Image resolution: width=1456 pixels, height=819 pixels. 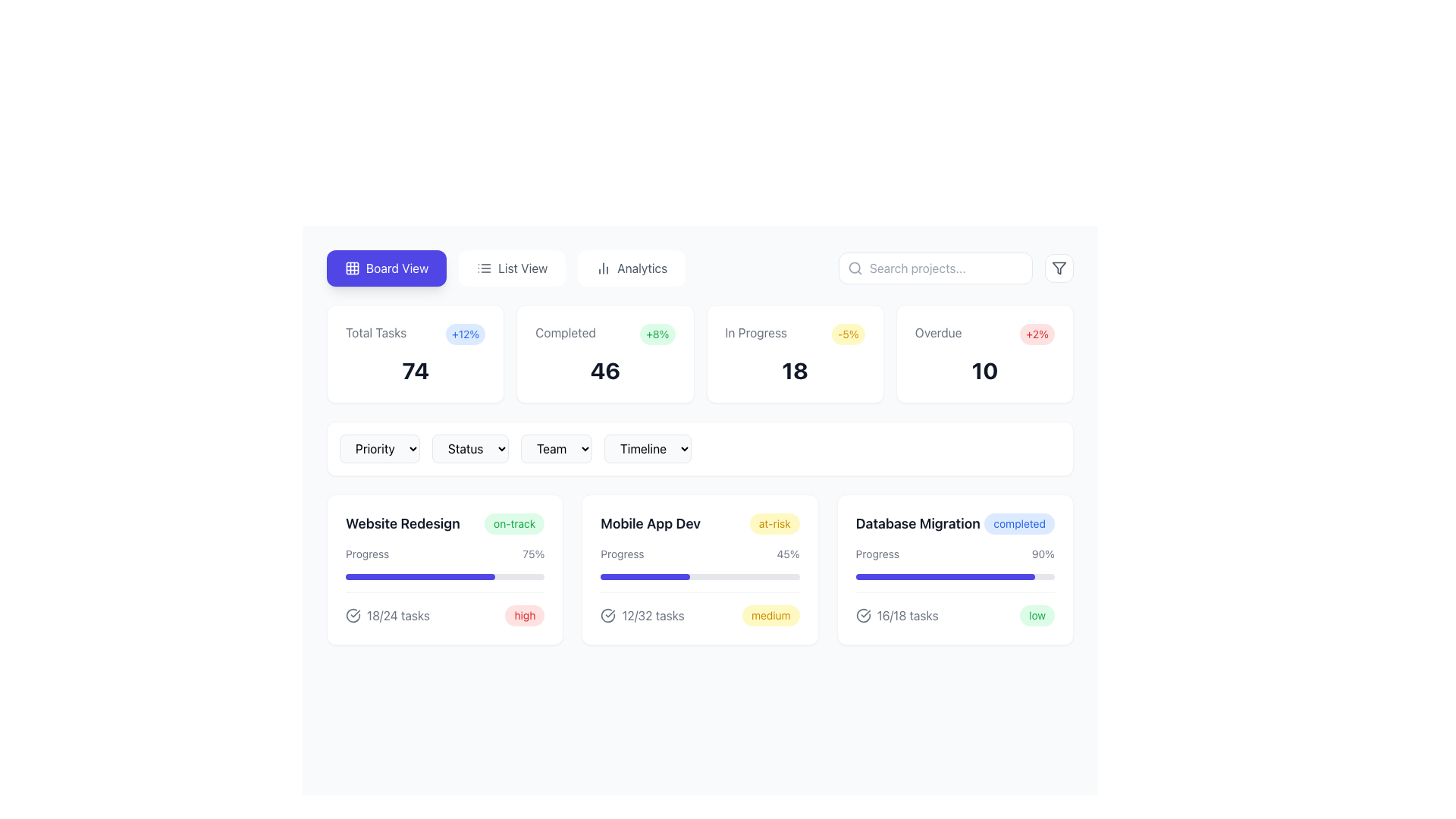 What do you see at coordinates (416, 353) in the screenshot?
I see `the Informational card, which displays the total number of tasks and a percentage increase indicator, located at the top-left of the grid` at bounding box center [416, 353].